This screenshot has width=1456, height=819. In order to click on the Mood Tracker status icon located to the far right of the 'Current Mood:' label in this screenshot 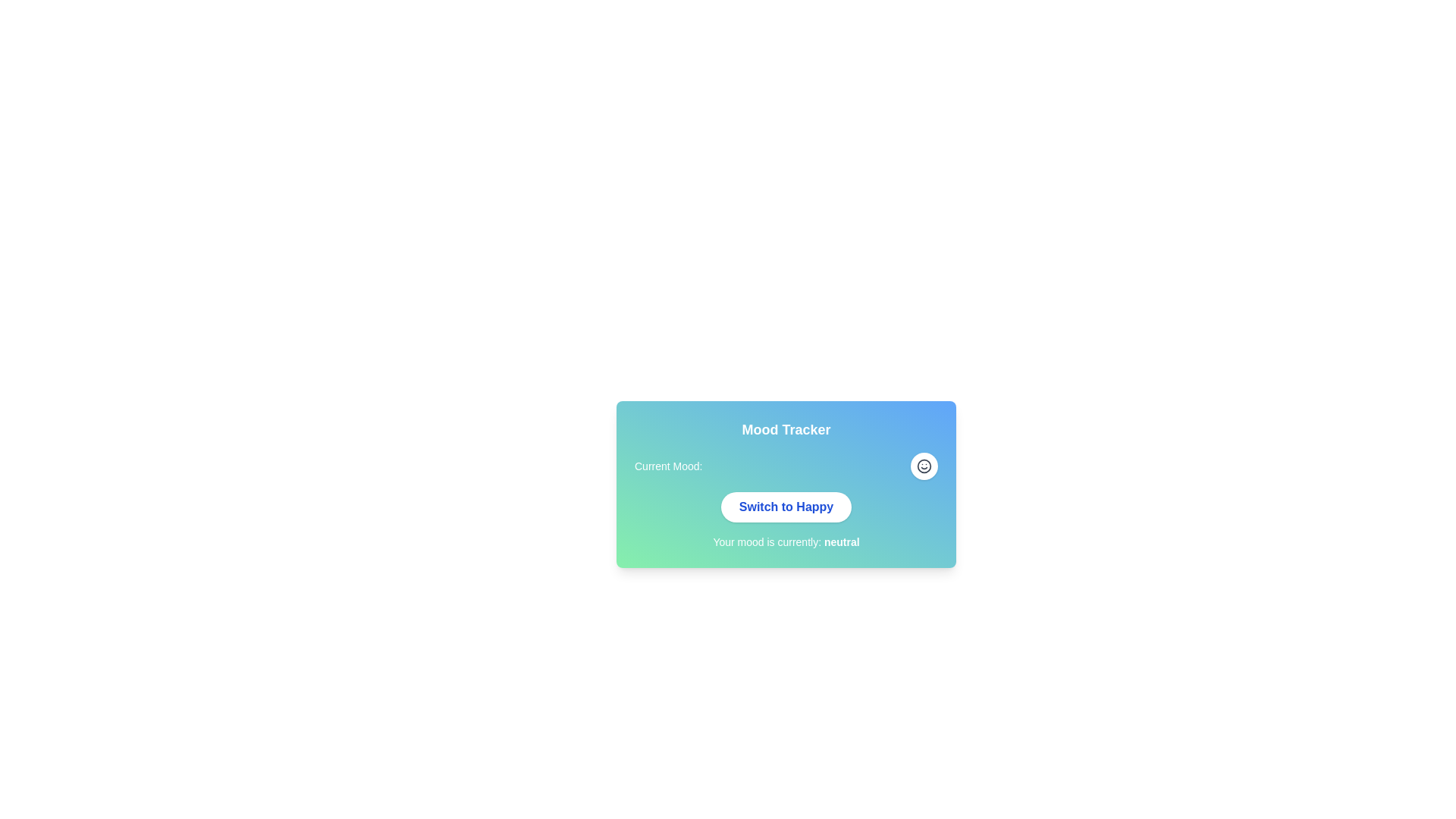, I will do `click(924, 465)`.